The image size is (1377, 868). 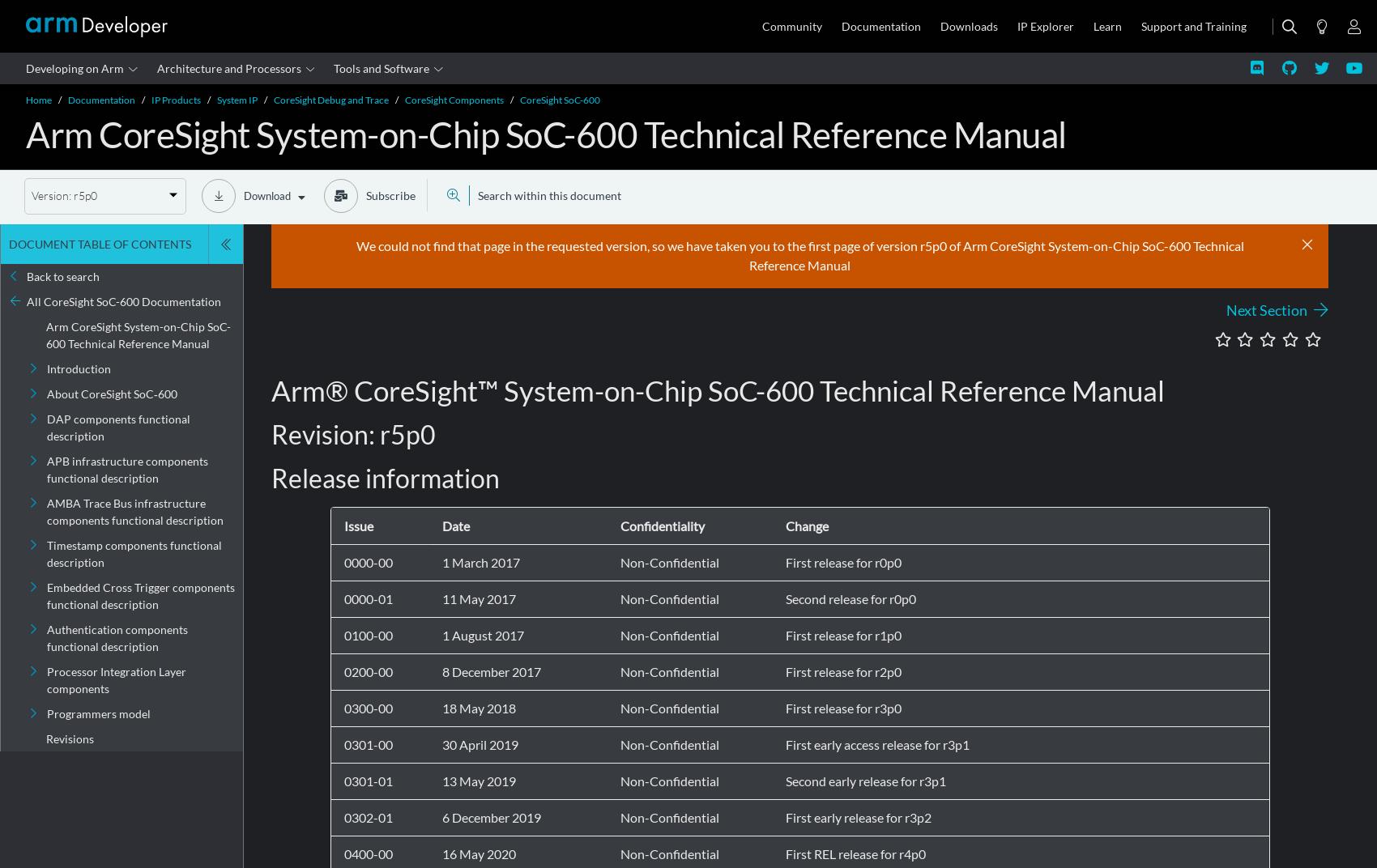 I want to click on '1 March 2017', so click(x=479, y=561).